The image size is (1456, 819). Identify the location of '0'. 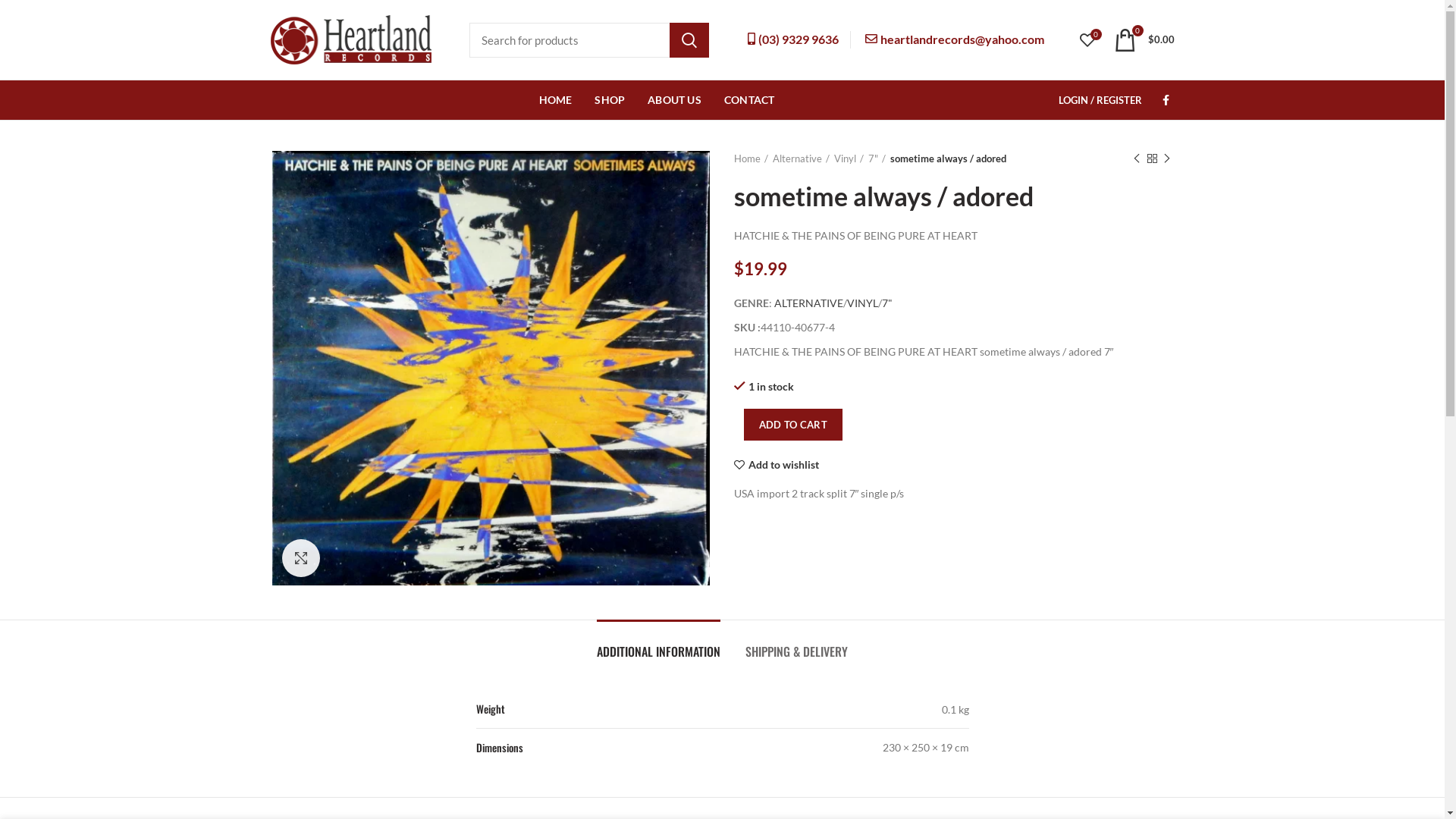
(1087, 38).